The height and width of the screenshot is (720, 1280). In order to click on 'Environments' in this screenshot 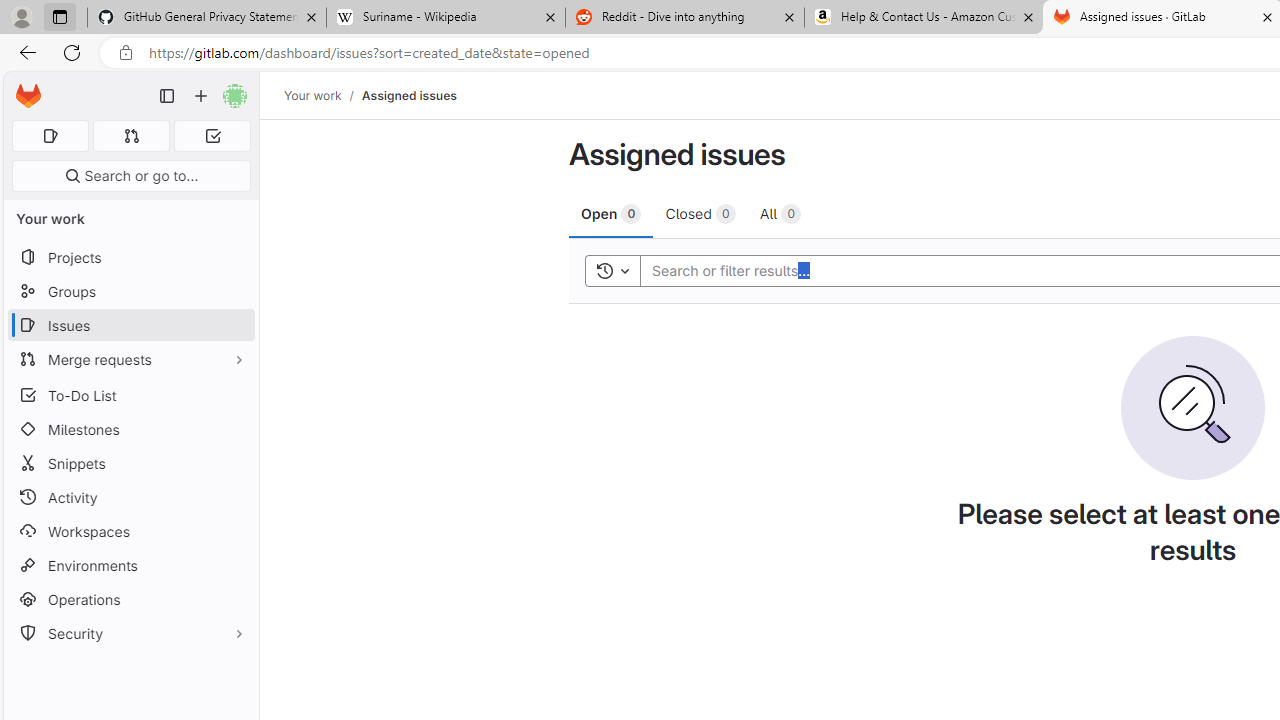, I will do `click(130, 565)`.